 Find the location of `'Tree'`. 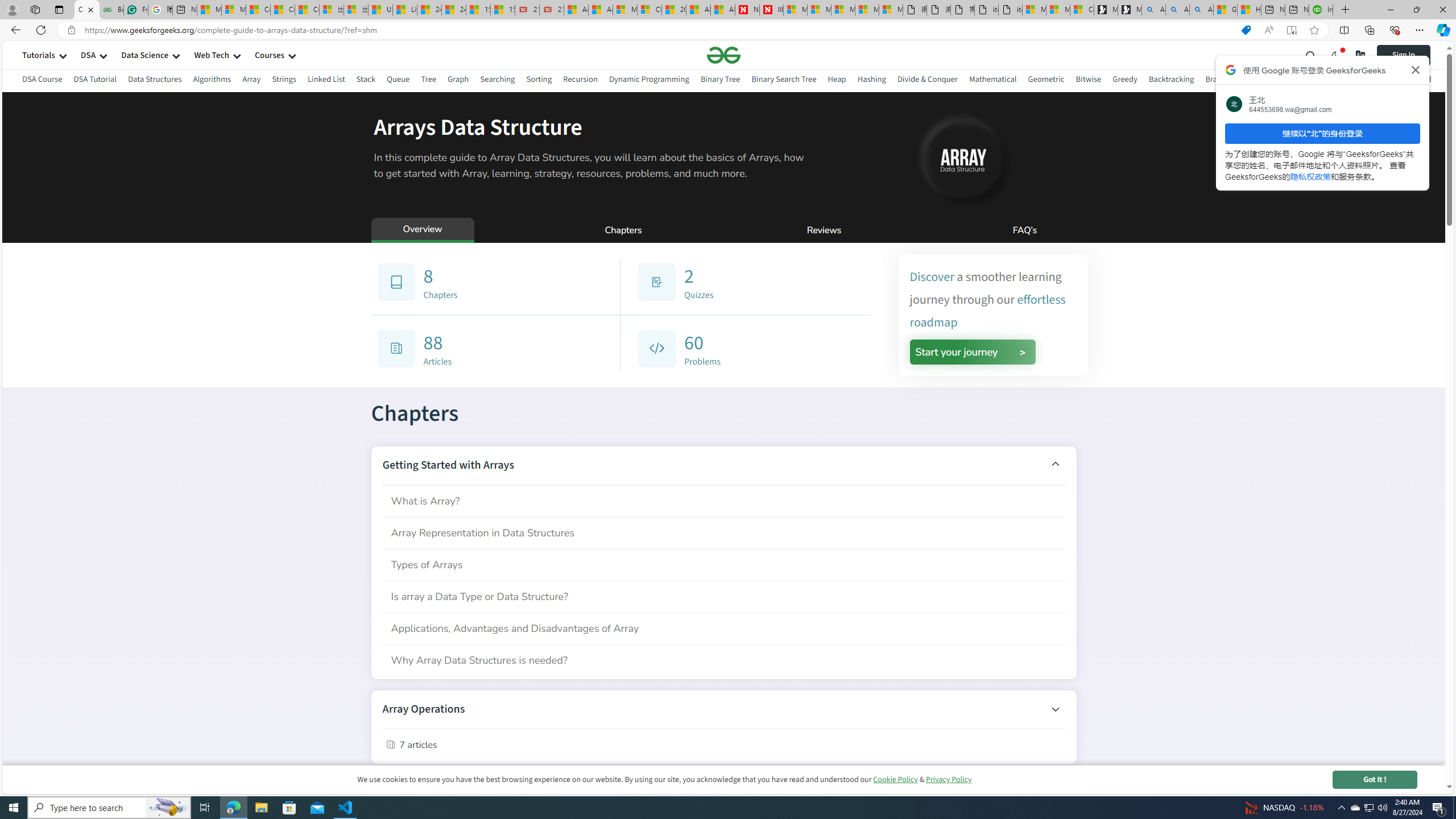

'Tree' is located at coordinates (428, 80).